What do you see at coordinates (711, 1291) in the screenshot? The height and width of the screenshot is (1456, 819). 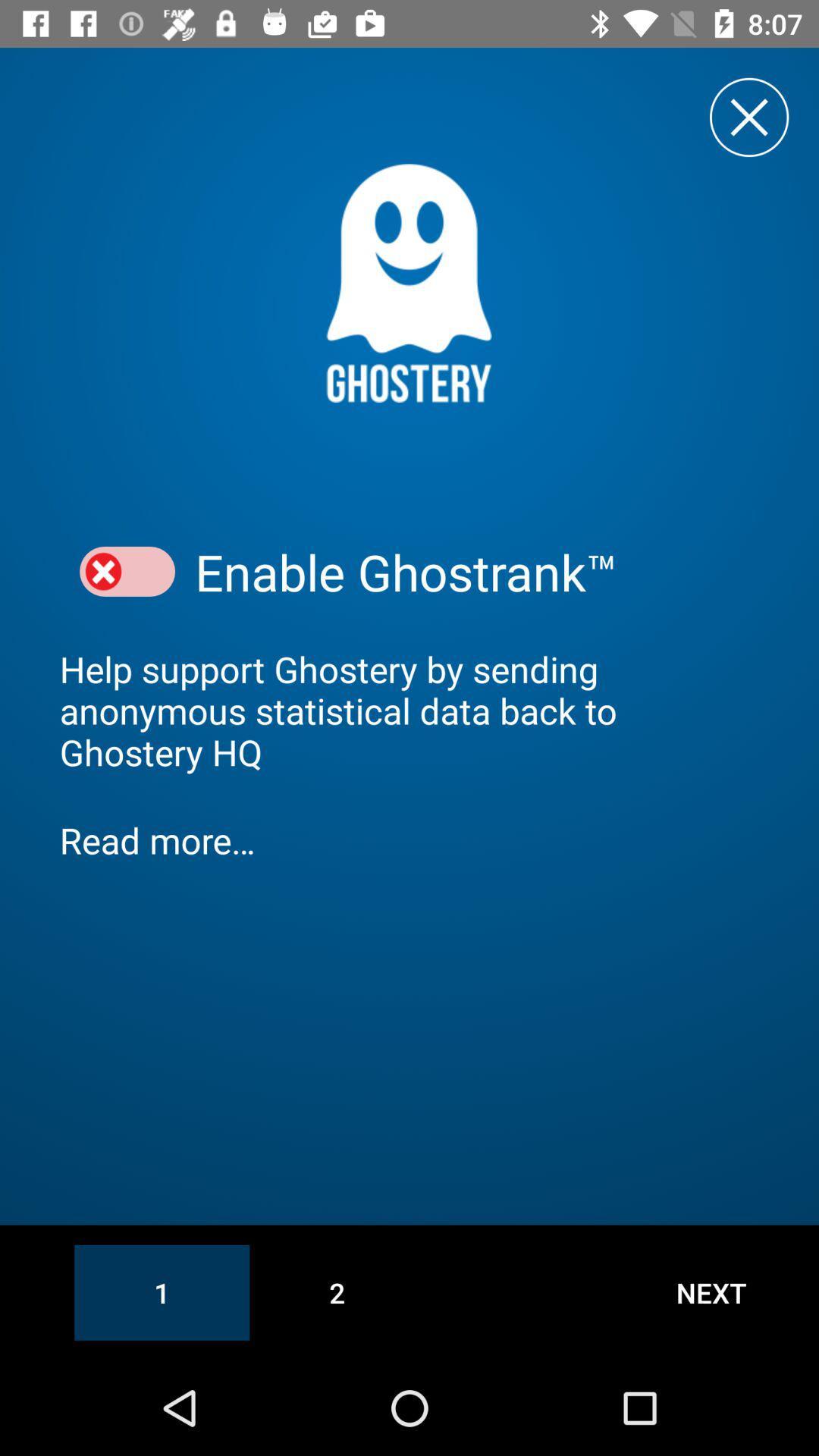 I see `next` at bounding box center [711, 1291].